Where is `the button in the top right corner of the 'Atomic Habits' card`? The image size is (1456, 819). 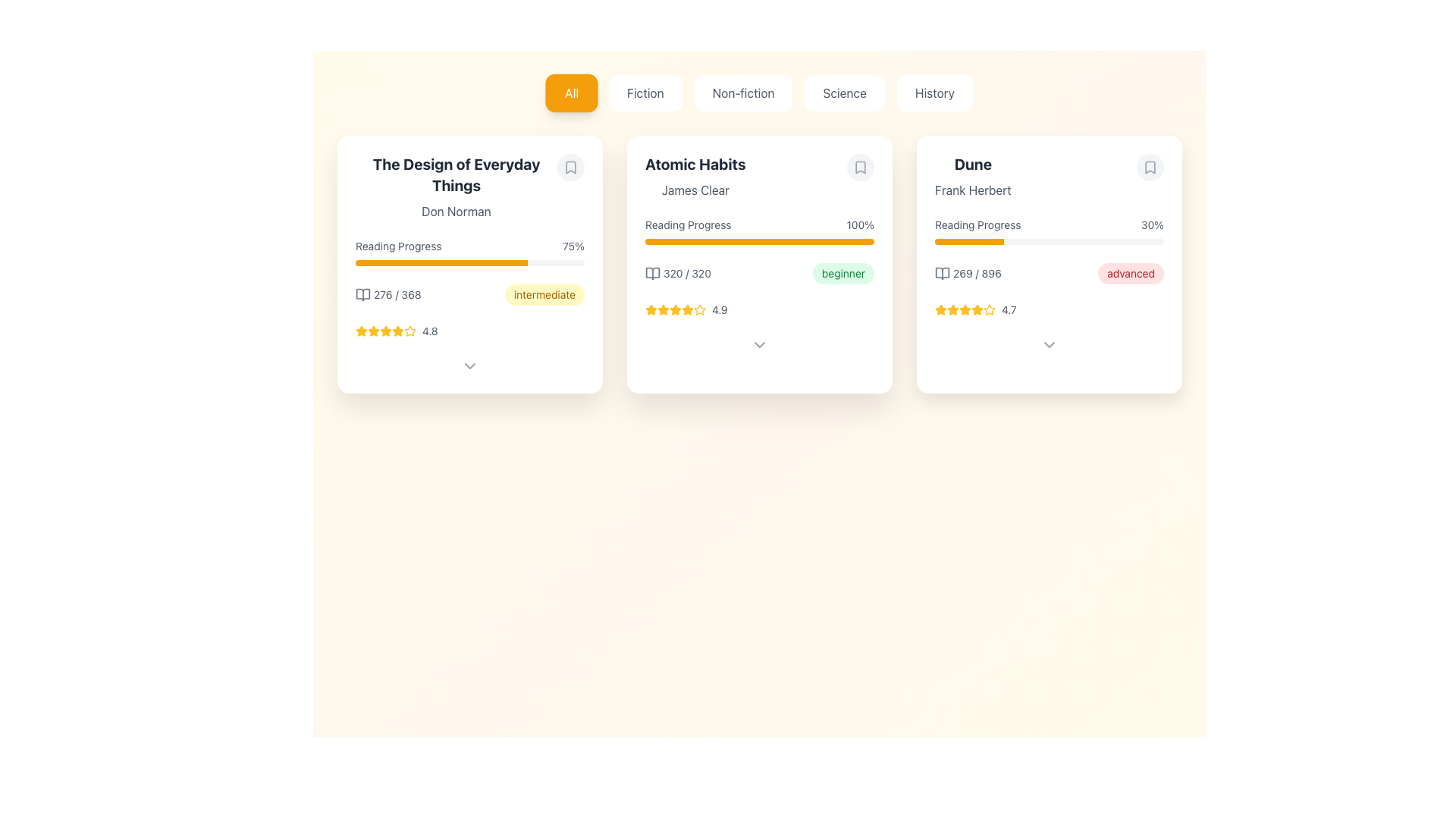
the button in the top right corner of the 'Atomic Habits' card is located at coordinates (860, 167).